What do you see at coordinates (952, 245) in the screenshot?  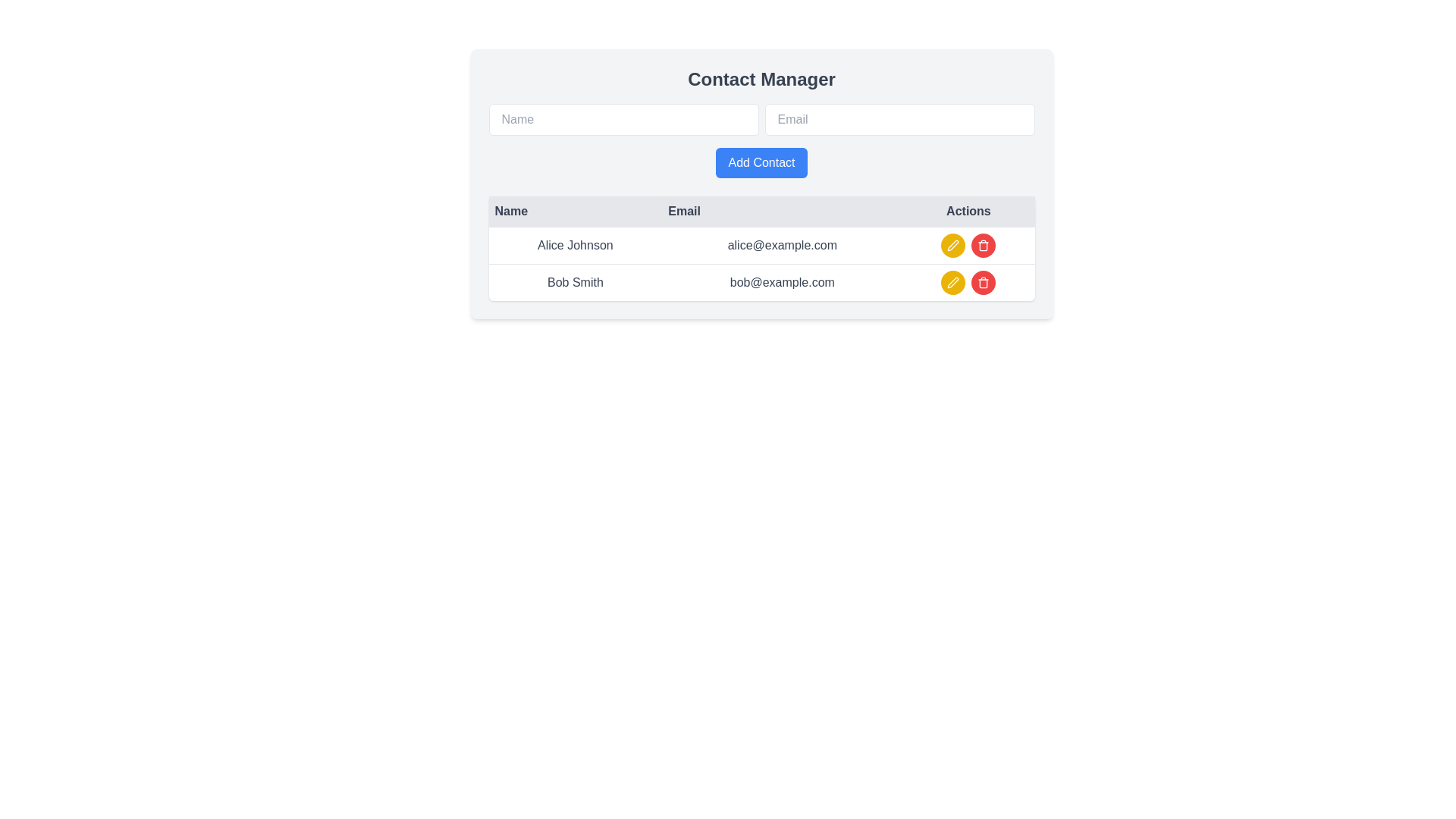 I see `the edit button for the first contact 'Alice Johnson' in the 'Actions' column` at bounding box center [952, 245].